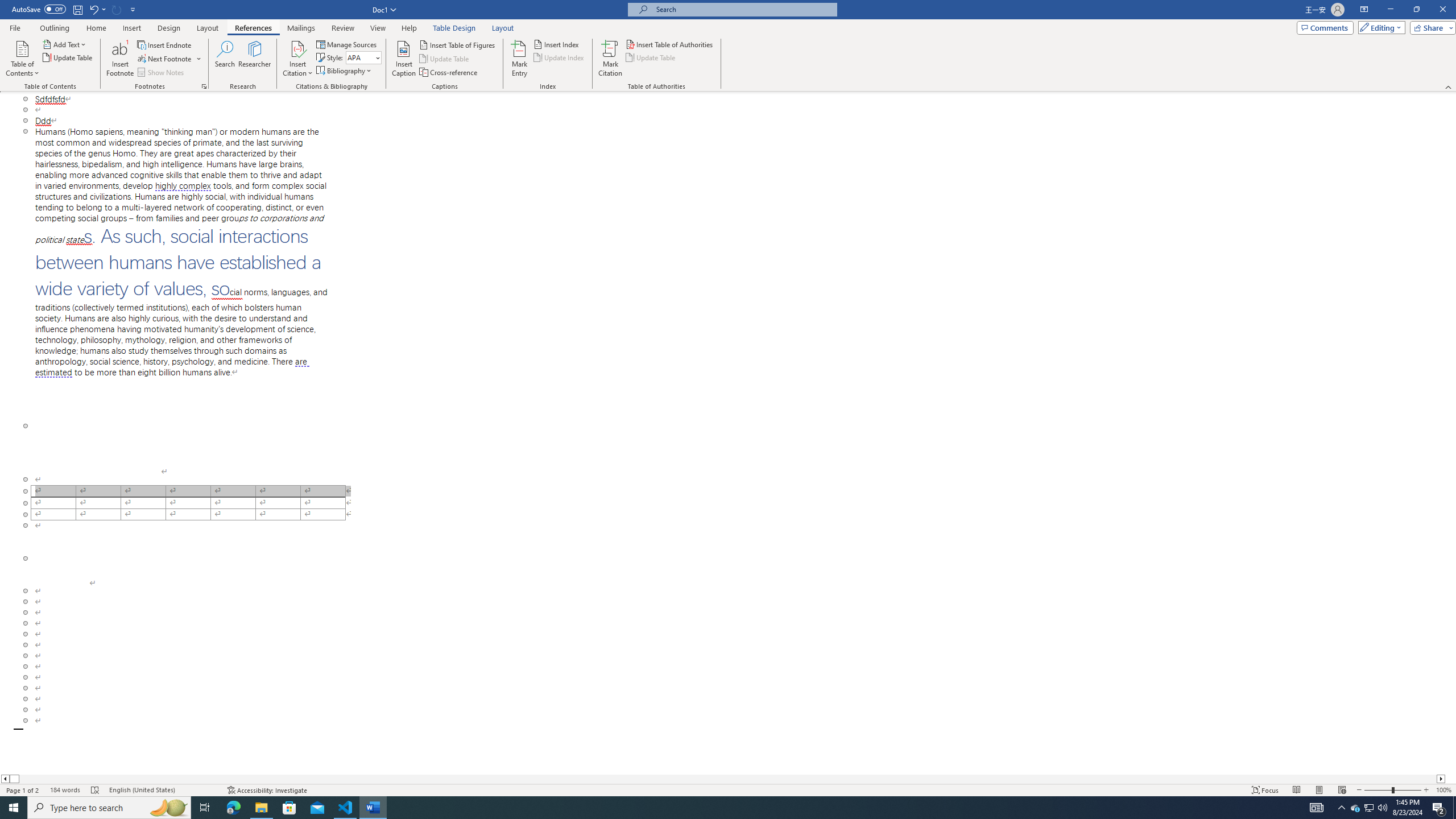  What do you see at coordinates (651, 56) in the screenshot?
I see `'Update Table'` at bounding box center [651, 56].